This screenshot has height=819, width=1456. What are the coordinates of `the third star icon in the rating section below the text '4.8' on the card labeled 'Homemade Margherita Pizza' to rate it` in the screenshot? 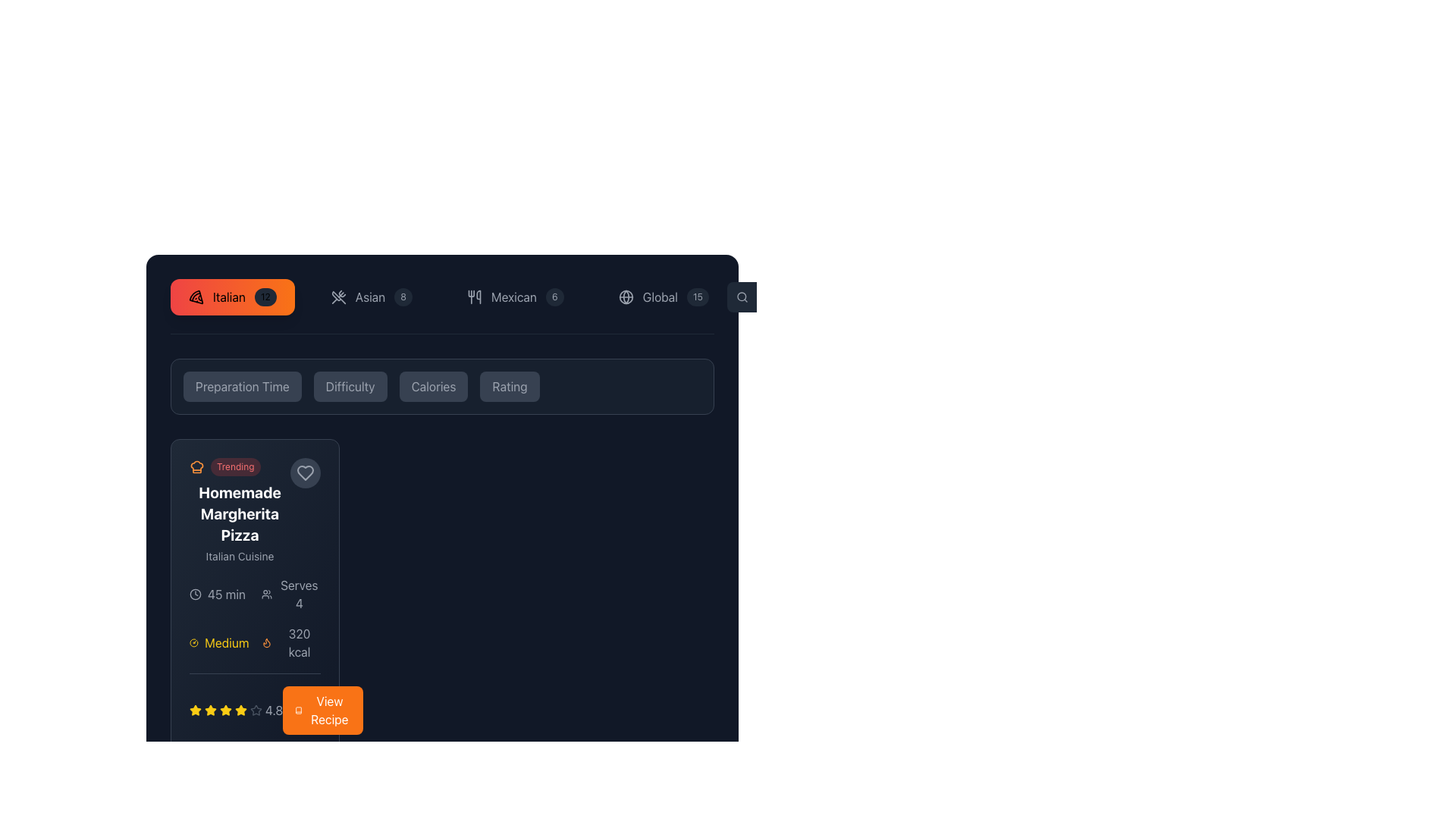 It's located at (210, 710).